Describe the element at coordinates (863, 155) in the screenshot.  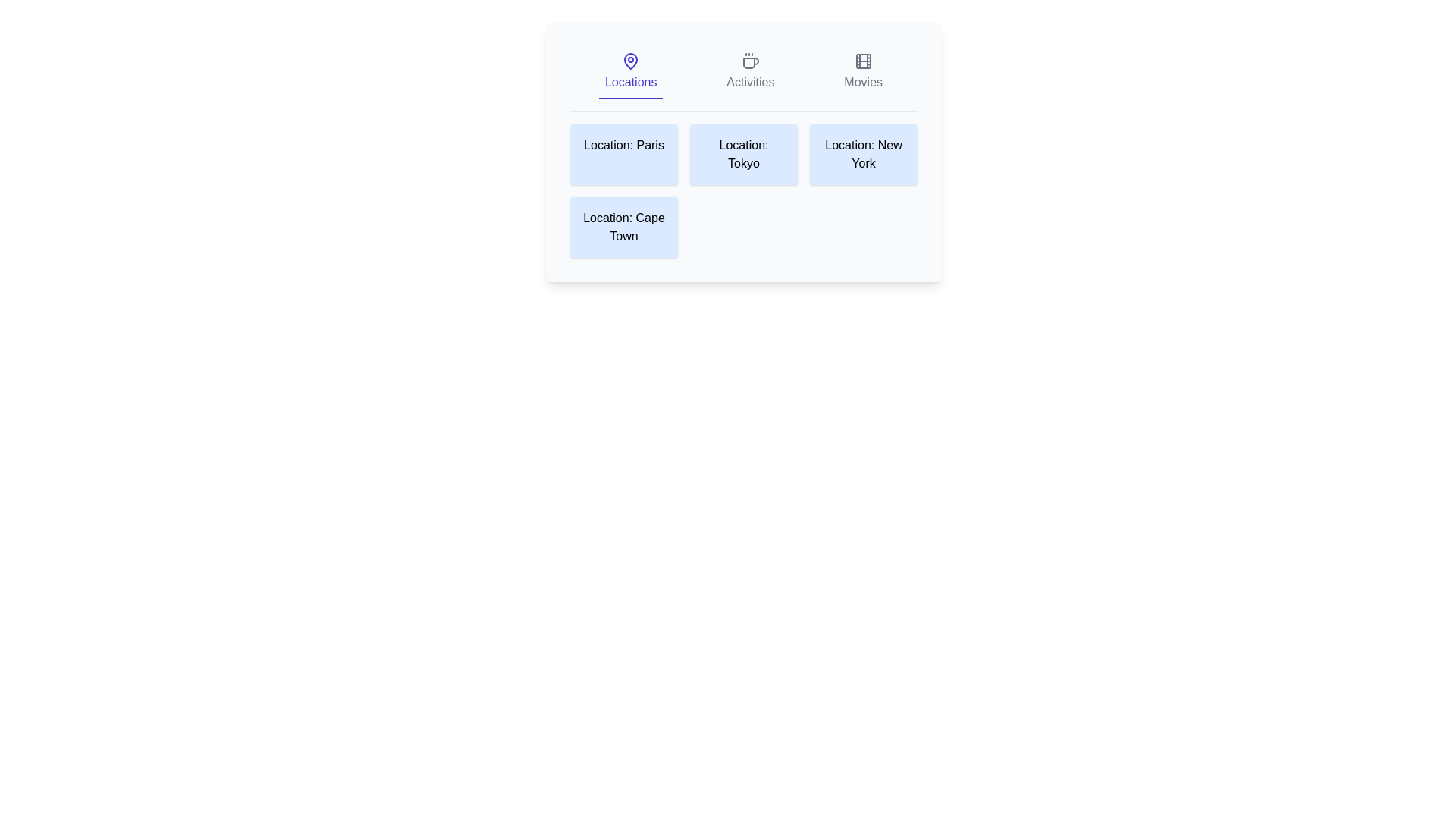
I see `the location card labeled New York` at that location.